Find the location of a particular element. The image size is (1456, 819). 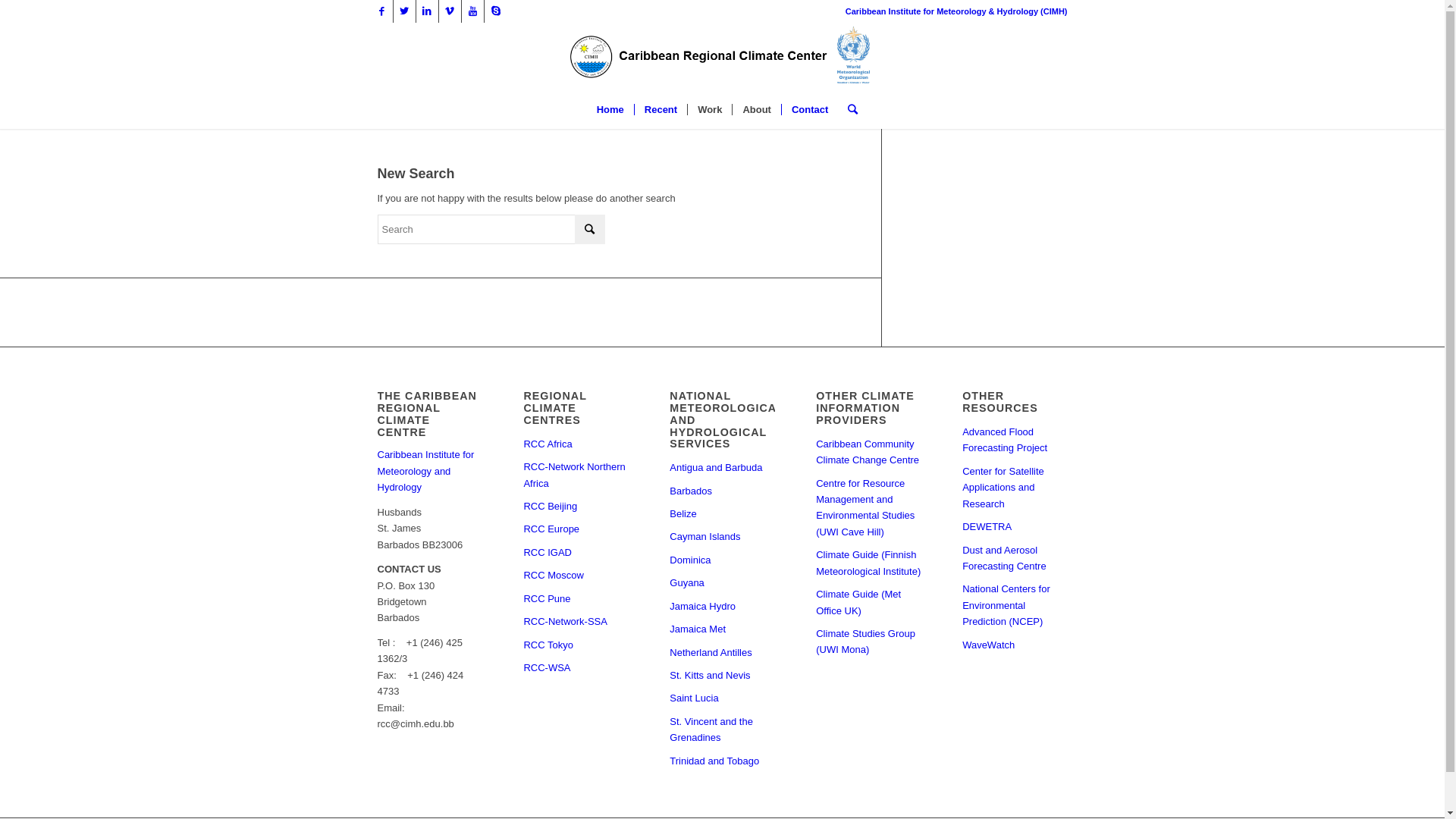

'Dust and Aerosol Forecasting Centre' is located at coordinates (1015, 558).